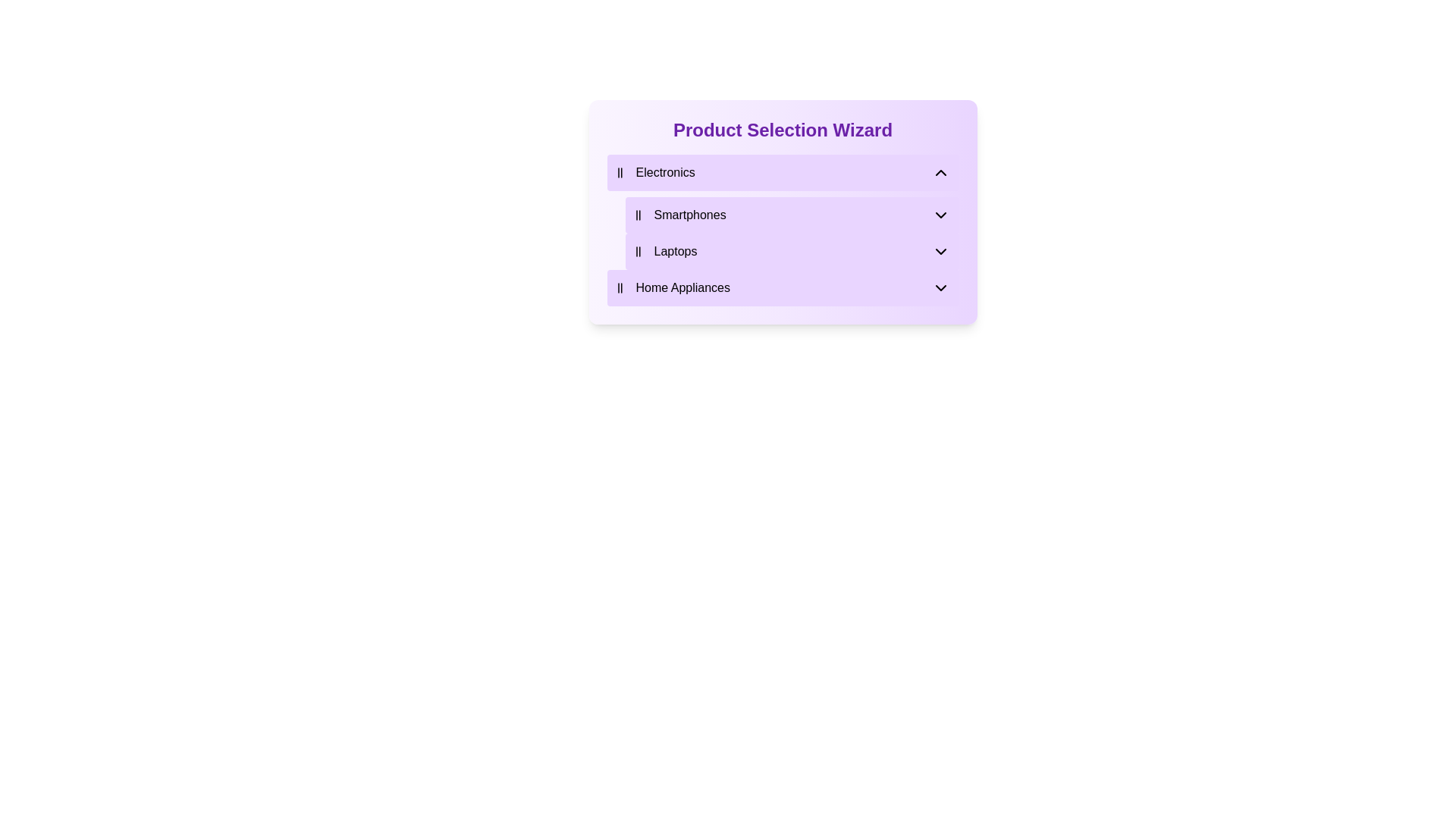 The height and width of the screenshot is (819, 1456). What do you see at coordinates (940, 171) in the screenshot?
I see `the Chevron icon at the far-right end of the 'Electronics' row` at bounding box center [940, 171].